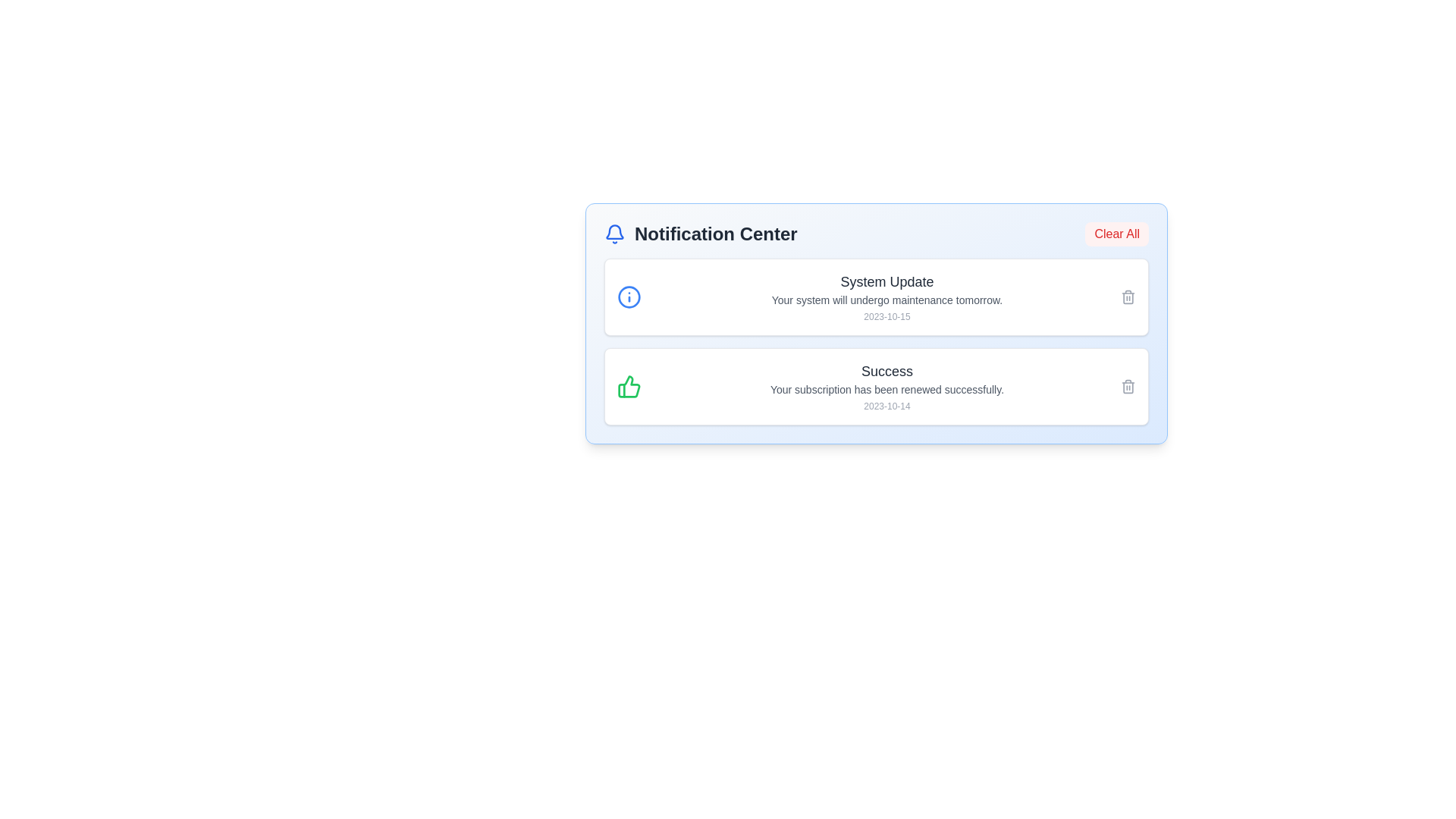 This screenshot has height=819, width=1456. Describe the element at coordinates (887, 300) in the screenshot. I see `the text element that reads 'Your system will undergo maintenance tomorrow.', which is located beneath the heading 'System Update' and above the timestamp '2023-10-15'` at that location.